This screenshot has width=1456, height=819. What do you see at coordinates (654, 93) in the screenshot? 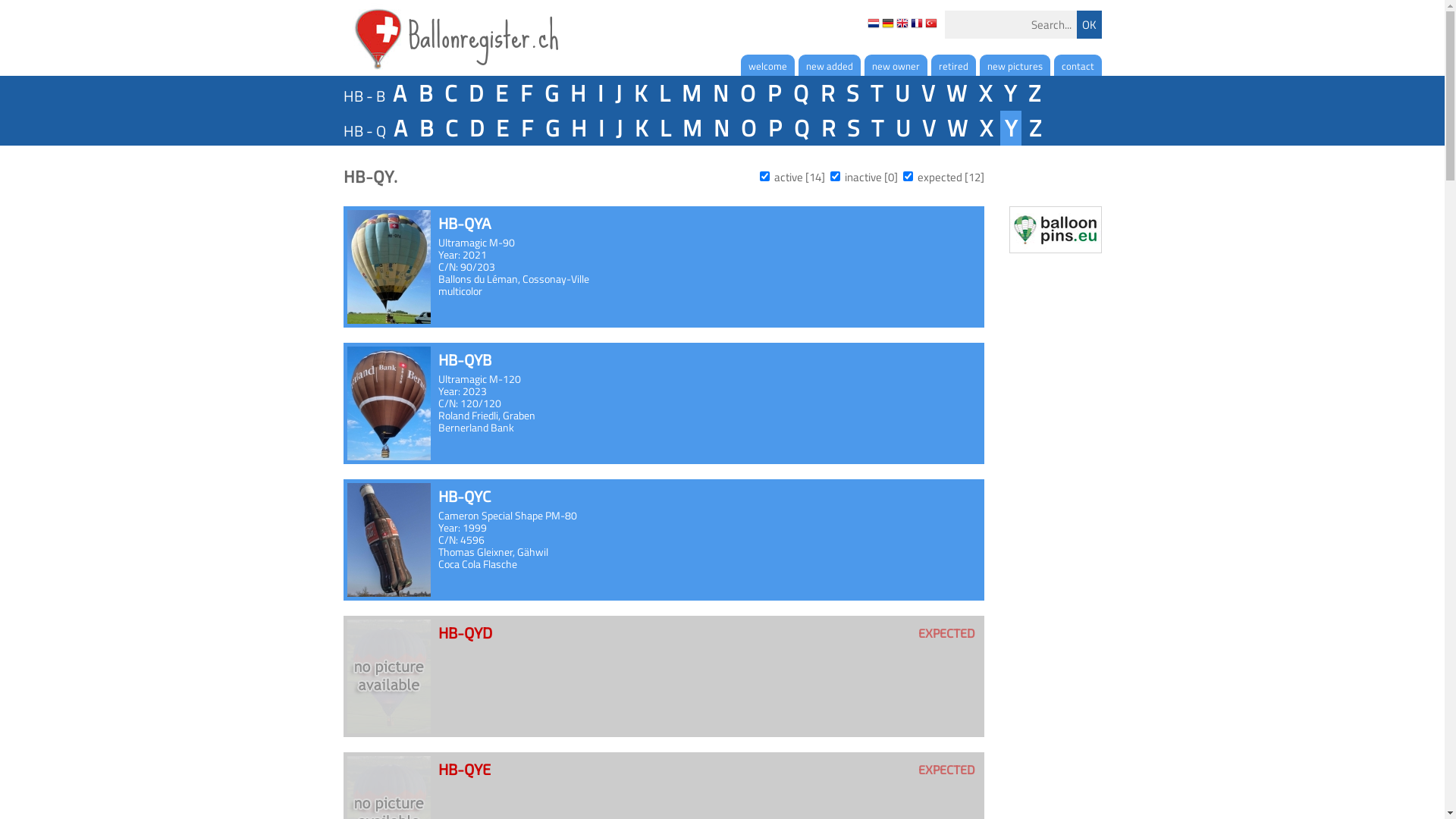
I see `'L'` at bounding box center [654, 93].